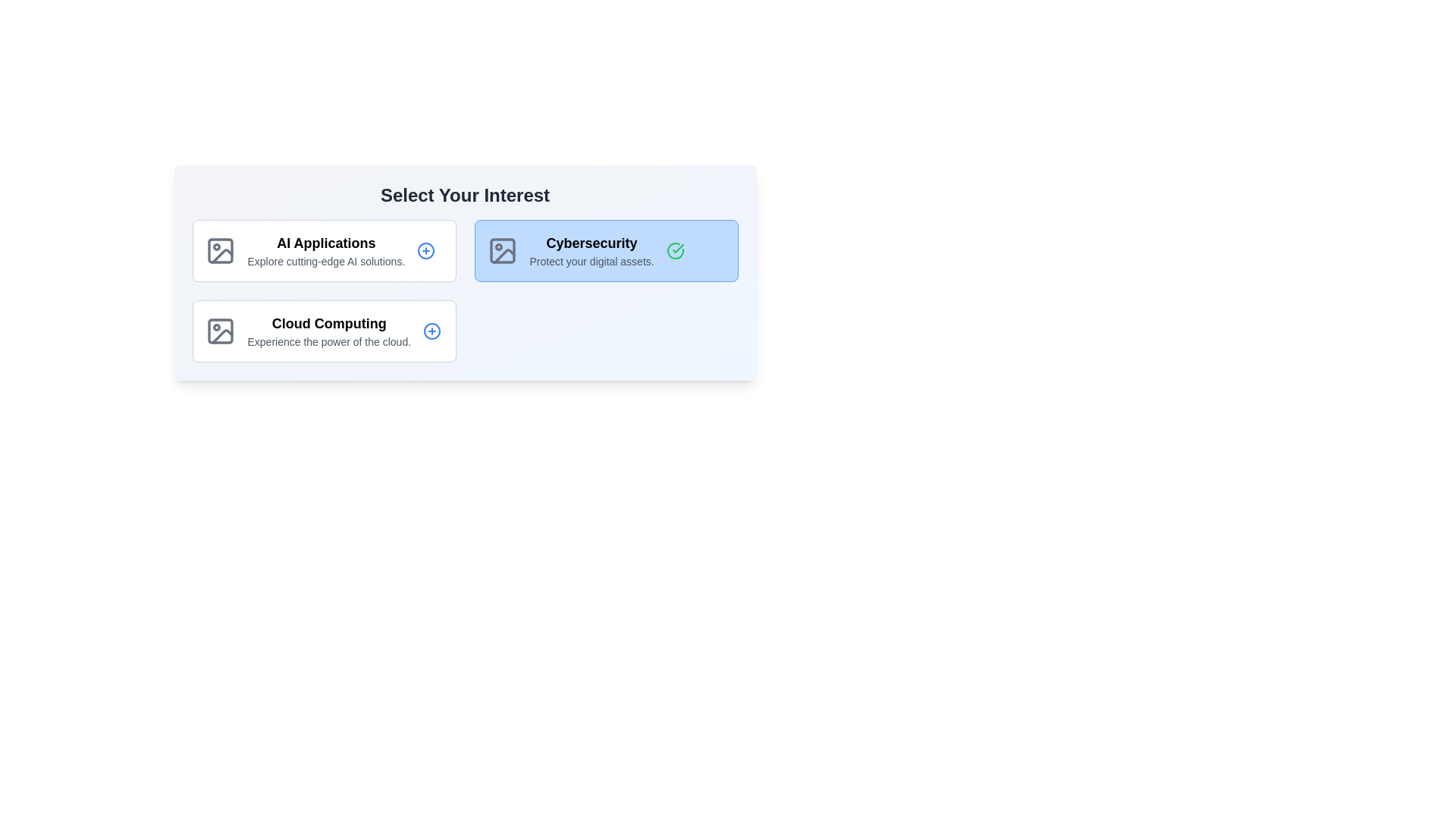  Describe the element at coordinates (323, 330) in the screenshot. I see `the card titled Cloud Computing` at that location.